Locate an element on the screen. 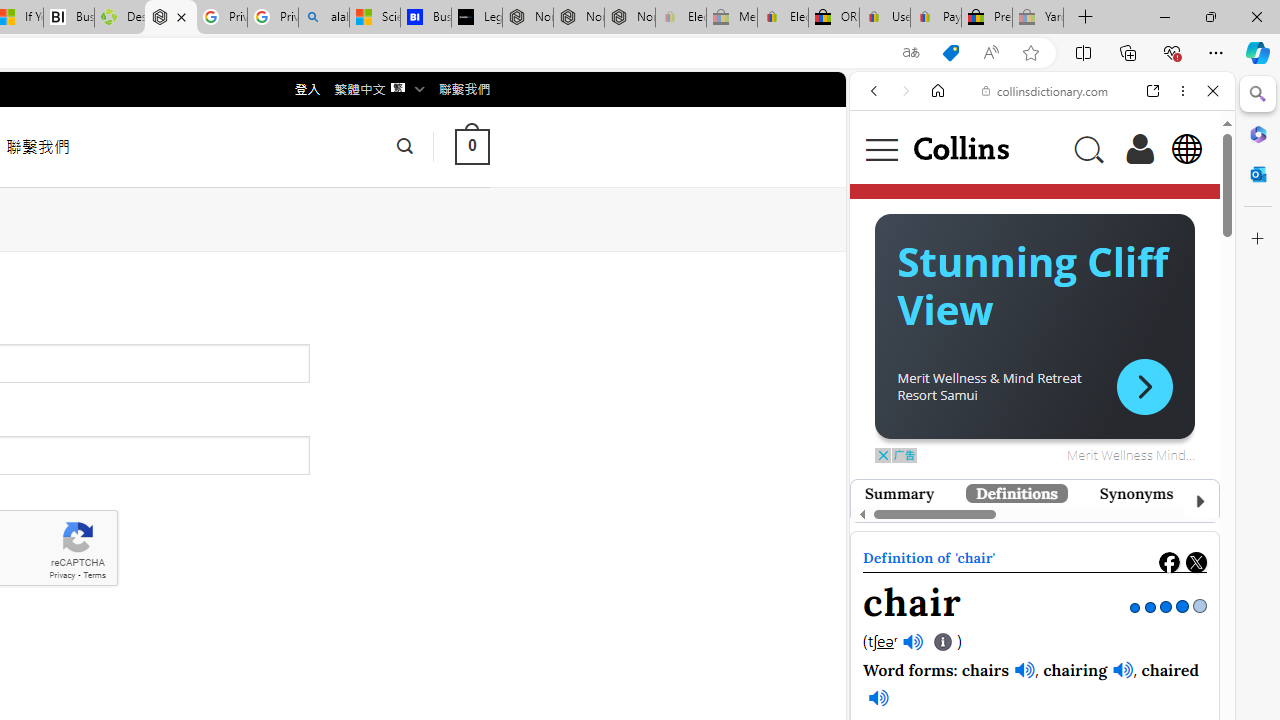 The height and width of the screenshot is (720, 1280). 'Nordace - My Account' is located at coordinates (170, 17).